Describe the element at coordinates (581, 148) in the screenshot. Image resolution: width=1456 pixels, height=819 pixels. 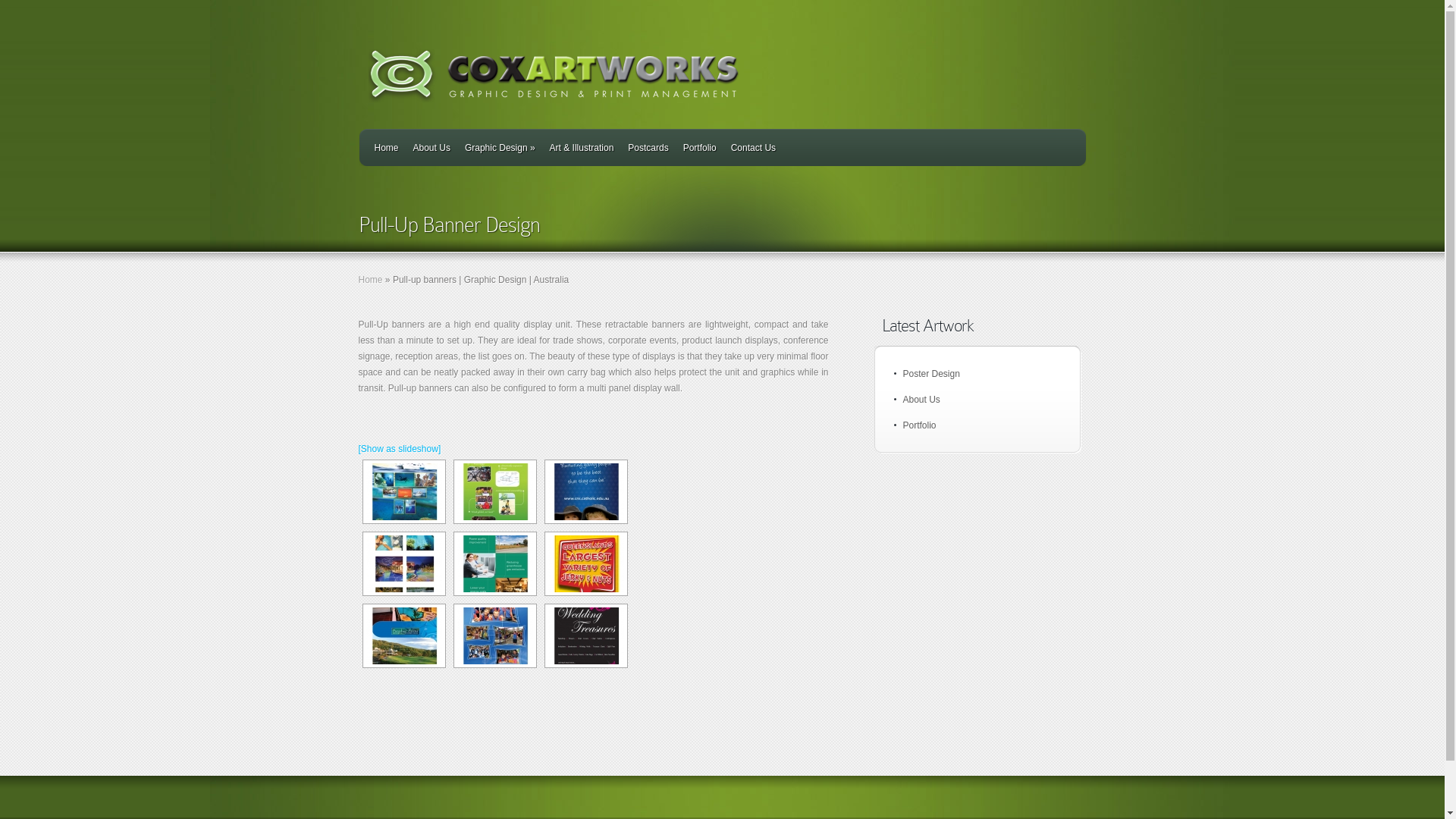
I see `'Art & Illustration'` at that location.